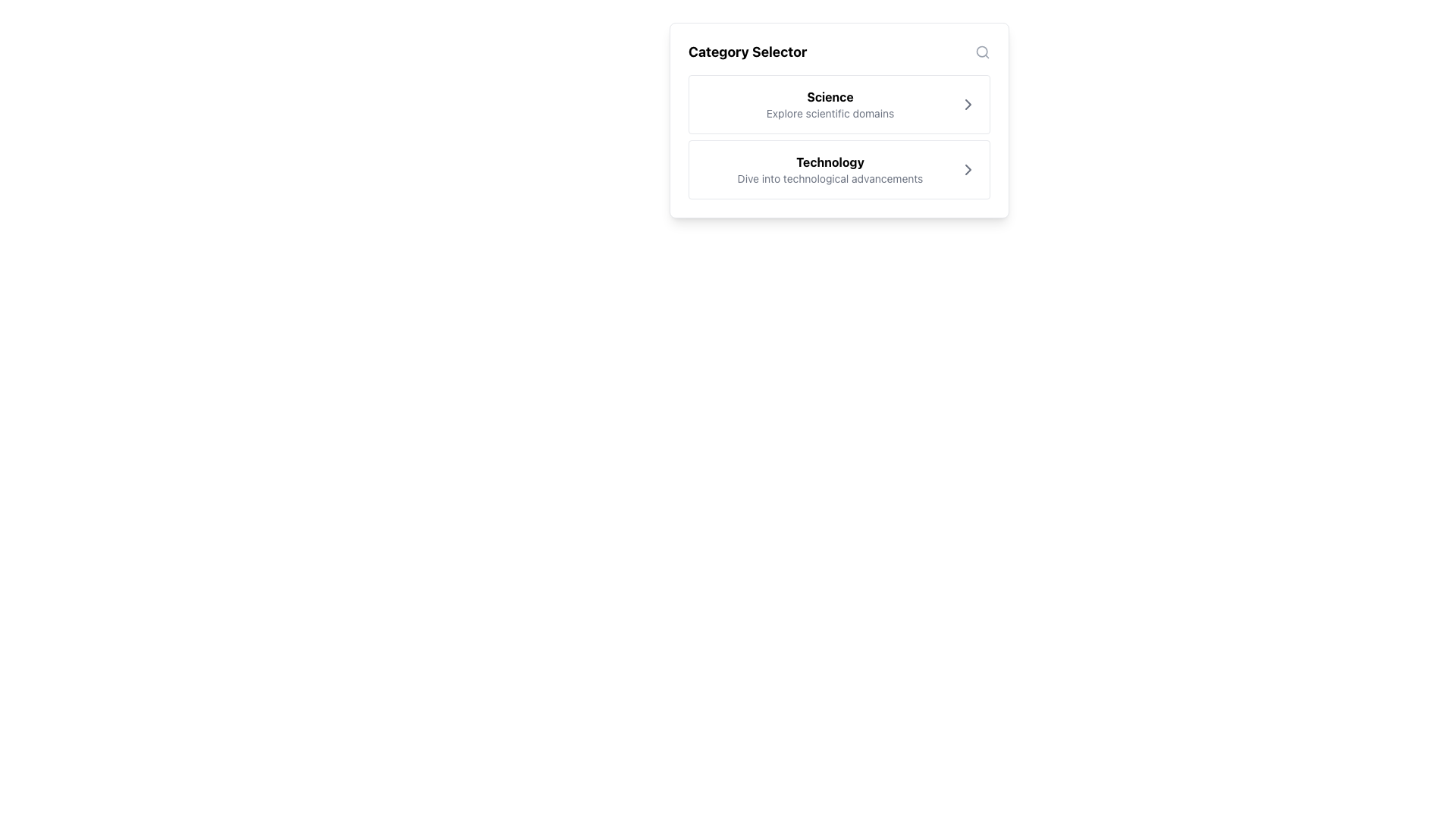 Image resolution: width=1456 pixels, height=819 pixels. What do you see at coordinates (829, 177) in the screenshot?
I see `the static text element located beneath the main heading 'Technology', which provides additional context on the topic of 'Technology'` at bounding box center [829, 177].